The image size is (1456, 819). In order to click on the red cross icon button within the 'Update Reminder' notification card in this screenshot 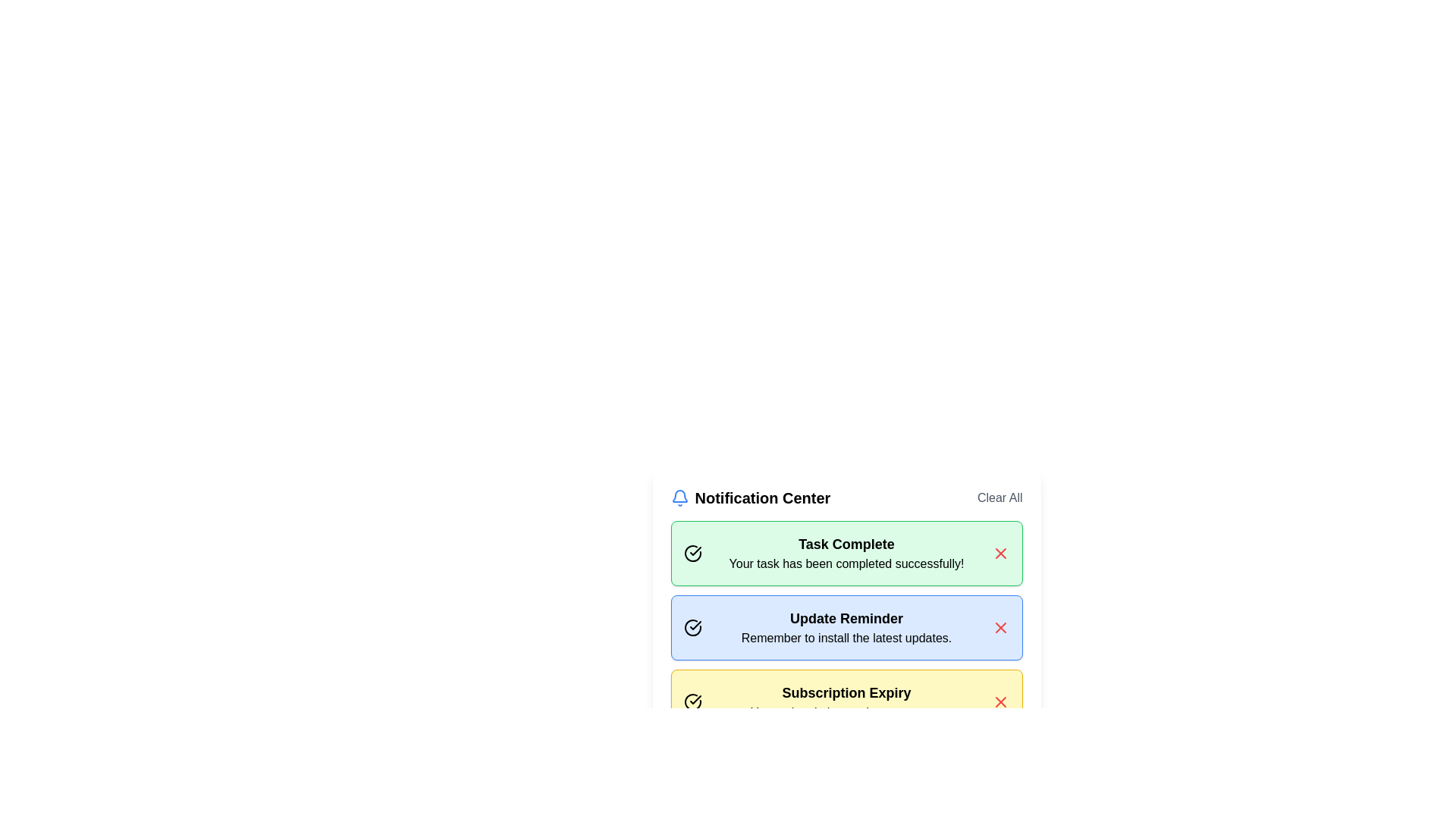, I will do `click(1000, 628)`.